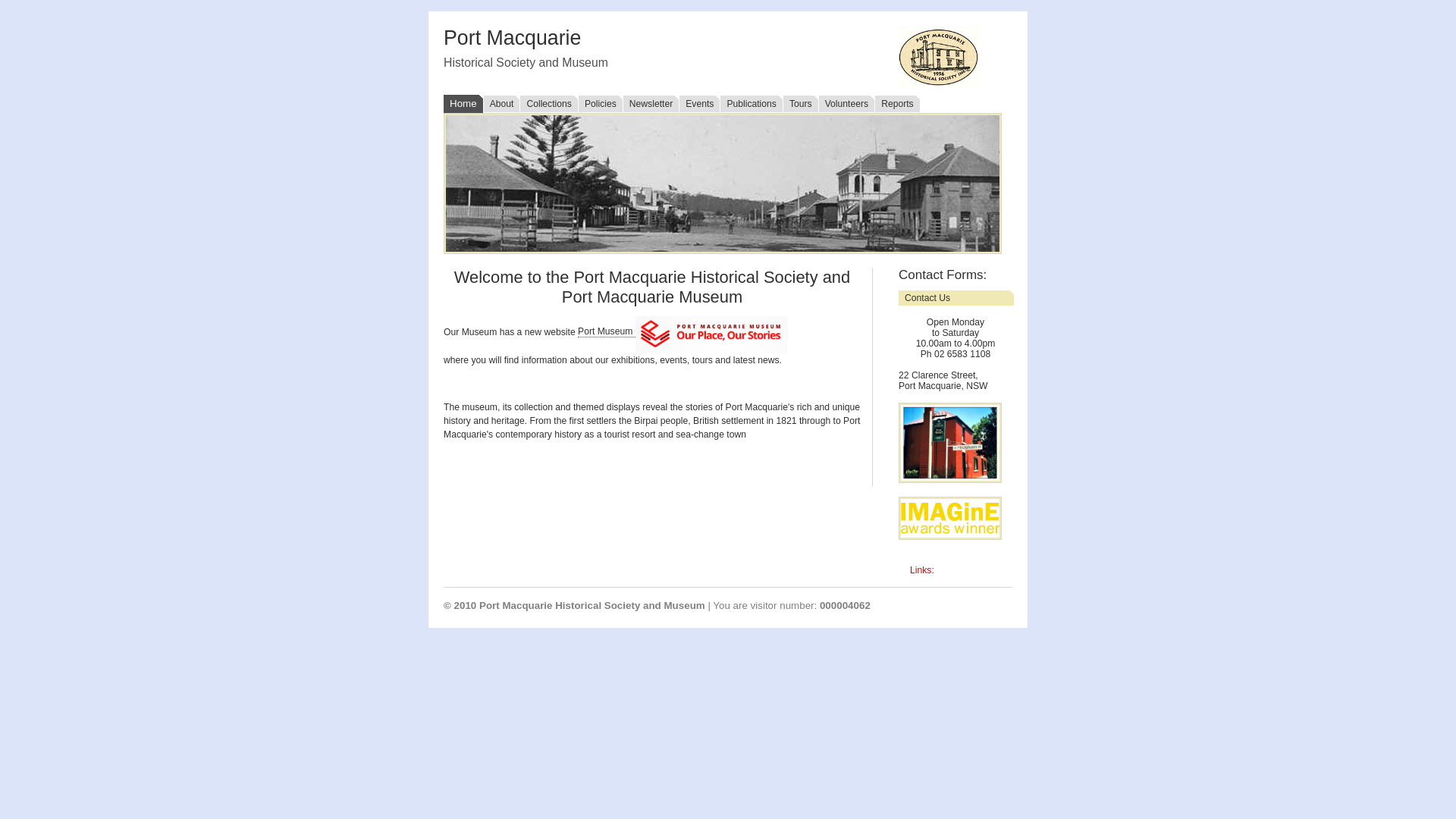  I want to click on 'Events', so click(698, 103).